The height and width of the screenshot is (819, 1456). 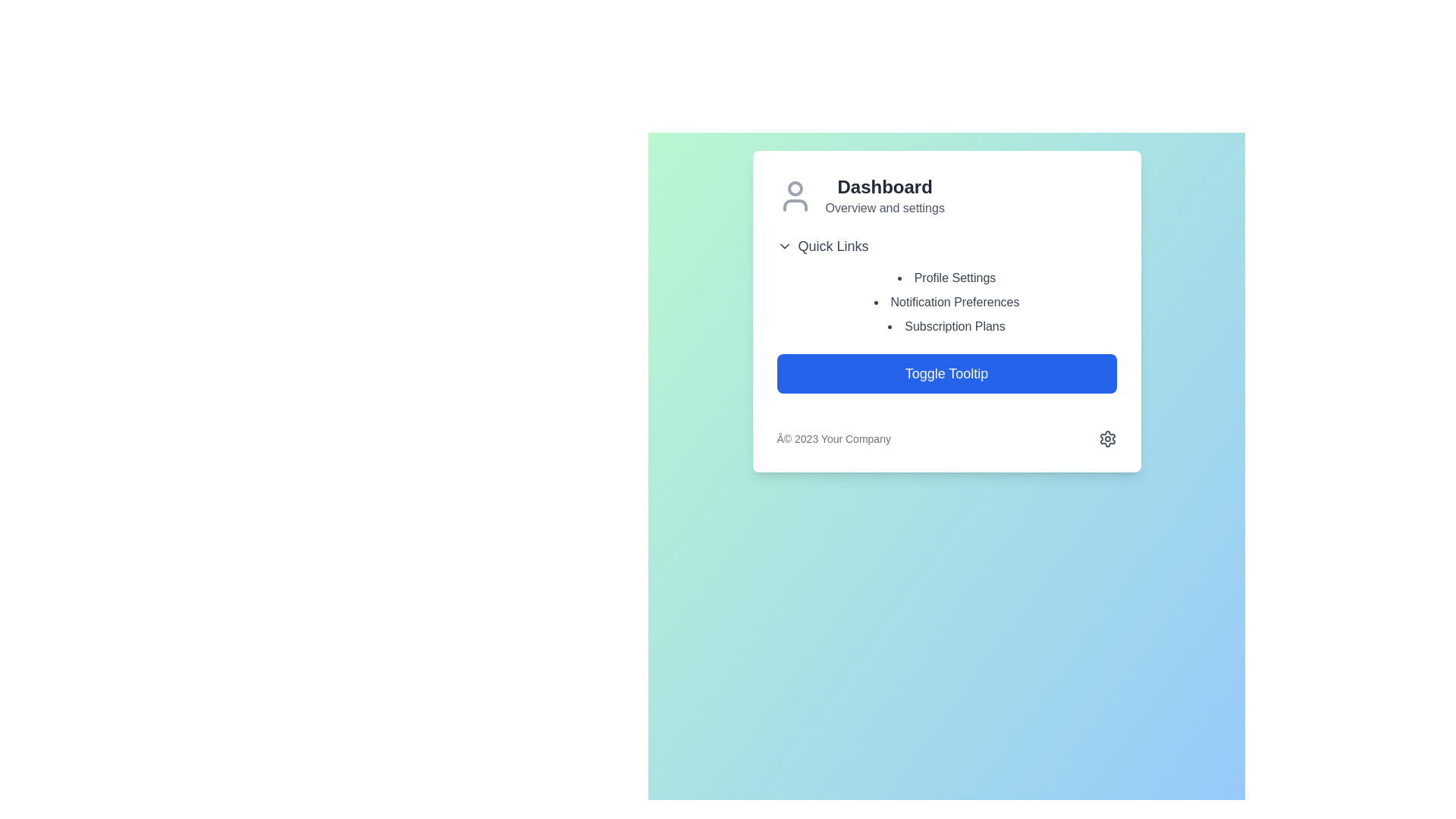 I want to click on the 'Profile Settings' text label located in the navigation menu, which is the first item in the list under 'Quick Links', so click(x=946, y=278).